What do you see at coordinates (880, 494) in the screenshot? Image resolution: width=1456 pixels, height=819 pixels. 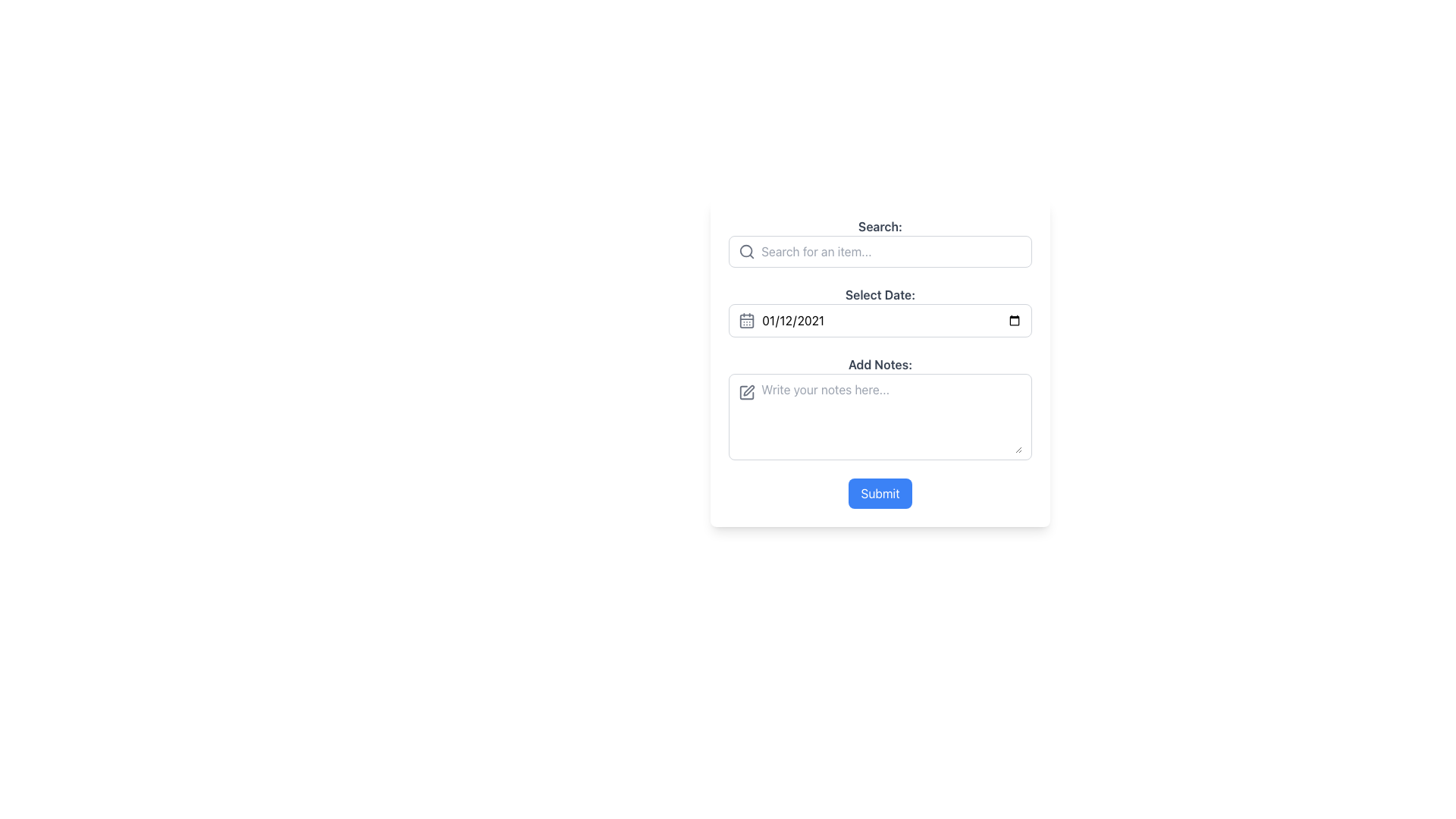 I see `the submission button located at the bottom-center of the form interface` at bounding box center [880, 494].